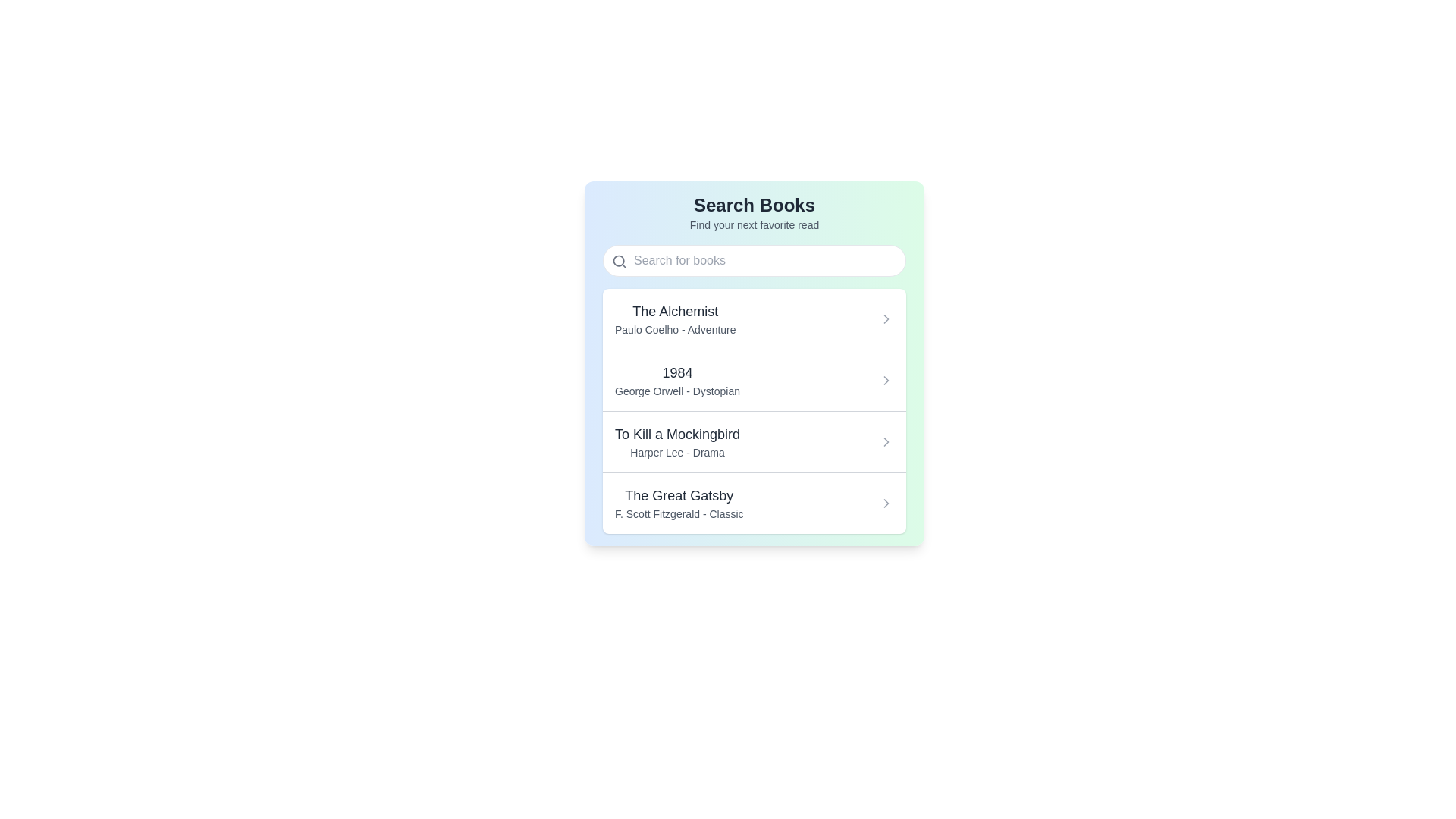  What do you see at coordinates (886, 441) in the screenshot?
I see `the chevron icon on the right side of the row labeled 'To Kill a Mockingbird Harper Lee - Drama'` at bounding box center [886, 441].